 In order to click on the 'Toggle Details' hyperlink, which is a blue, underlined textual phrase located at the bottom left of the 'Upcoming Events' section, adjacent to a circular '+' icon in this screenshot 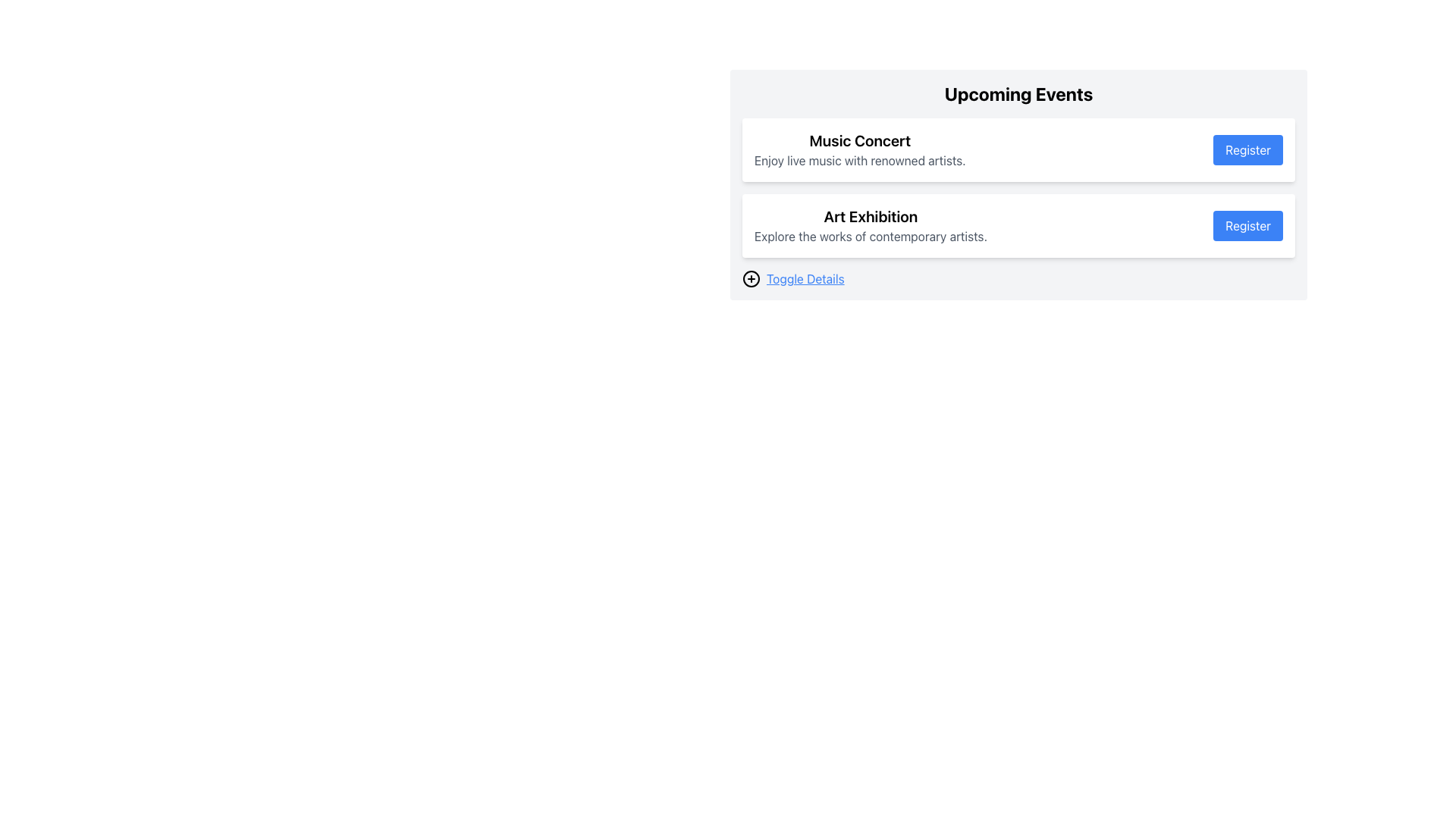, I will do `click(805, 278)`.